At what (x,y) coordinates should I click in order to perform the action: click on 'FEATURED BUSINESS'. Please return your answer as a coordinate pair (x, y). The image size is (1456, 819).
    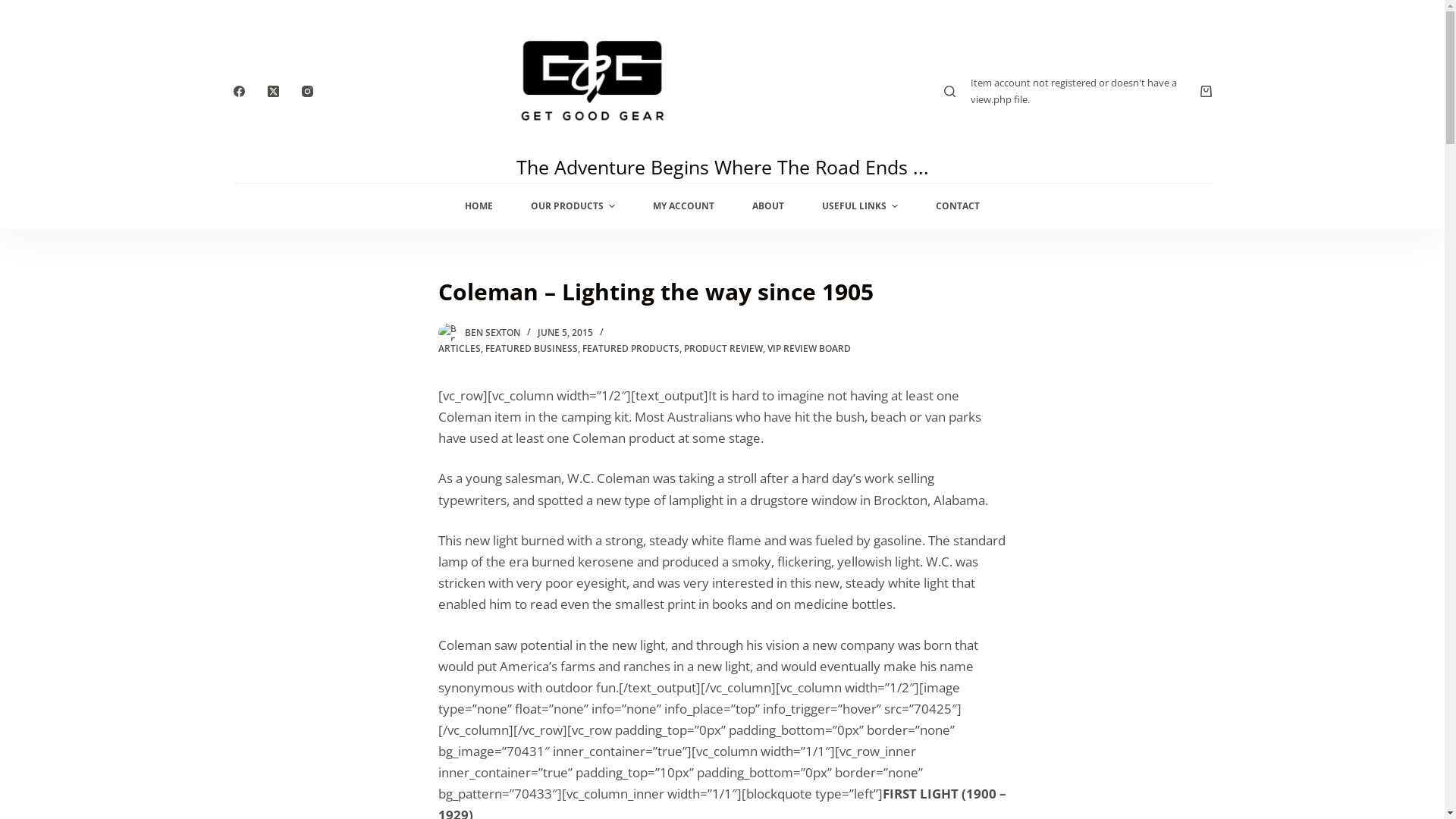
    Looking at the image, I should click on (531, 348).